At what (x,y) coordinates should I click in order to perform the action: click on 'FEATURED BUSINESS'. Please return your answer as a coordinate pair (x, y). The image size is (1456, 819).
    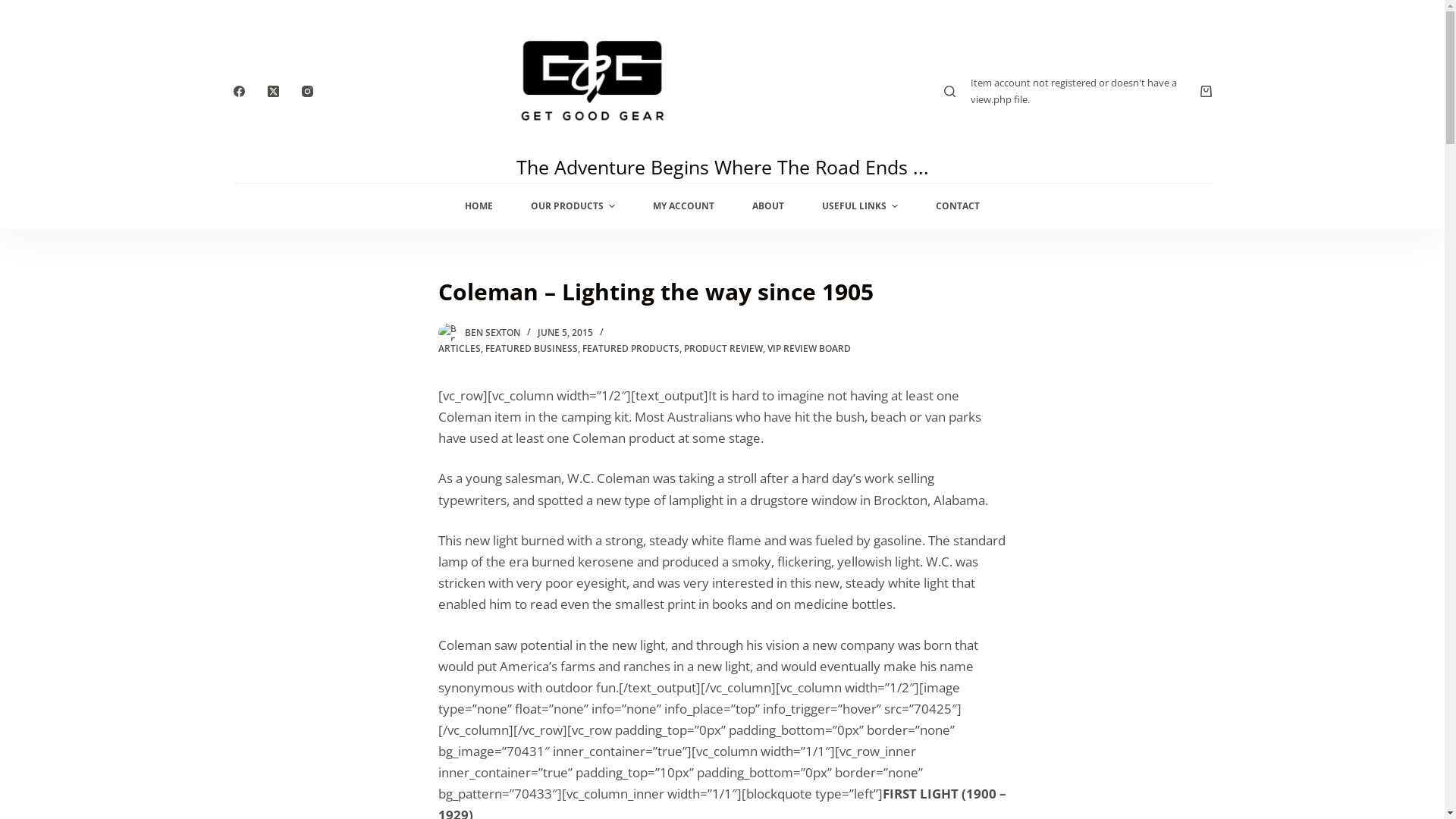
    Looking at the image, I should click on (531, 348).